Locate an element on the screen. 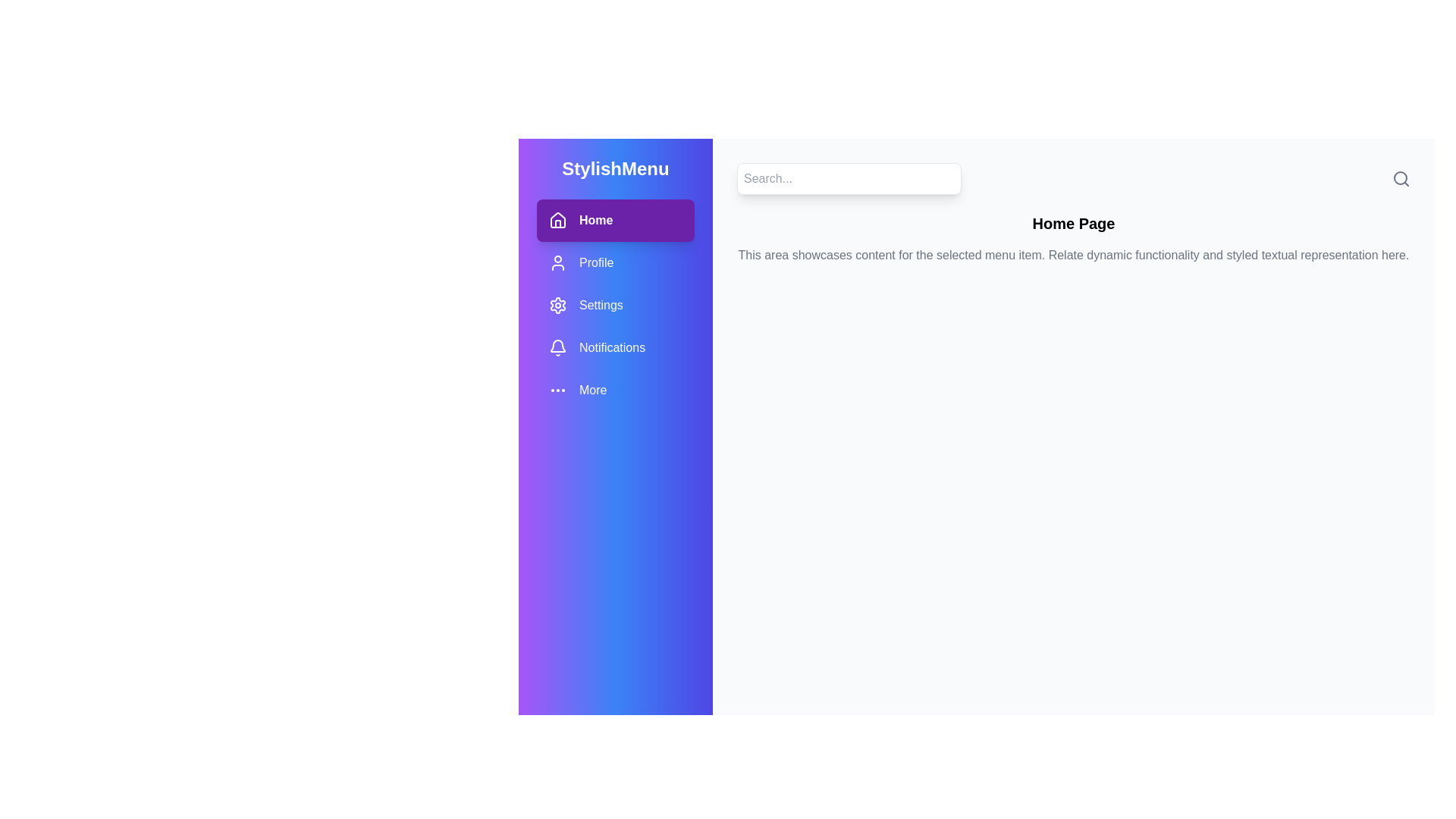  the menu item Profile to navigate to the corresponding page is located at coordinates (615, 262).